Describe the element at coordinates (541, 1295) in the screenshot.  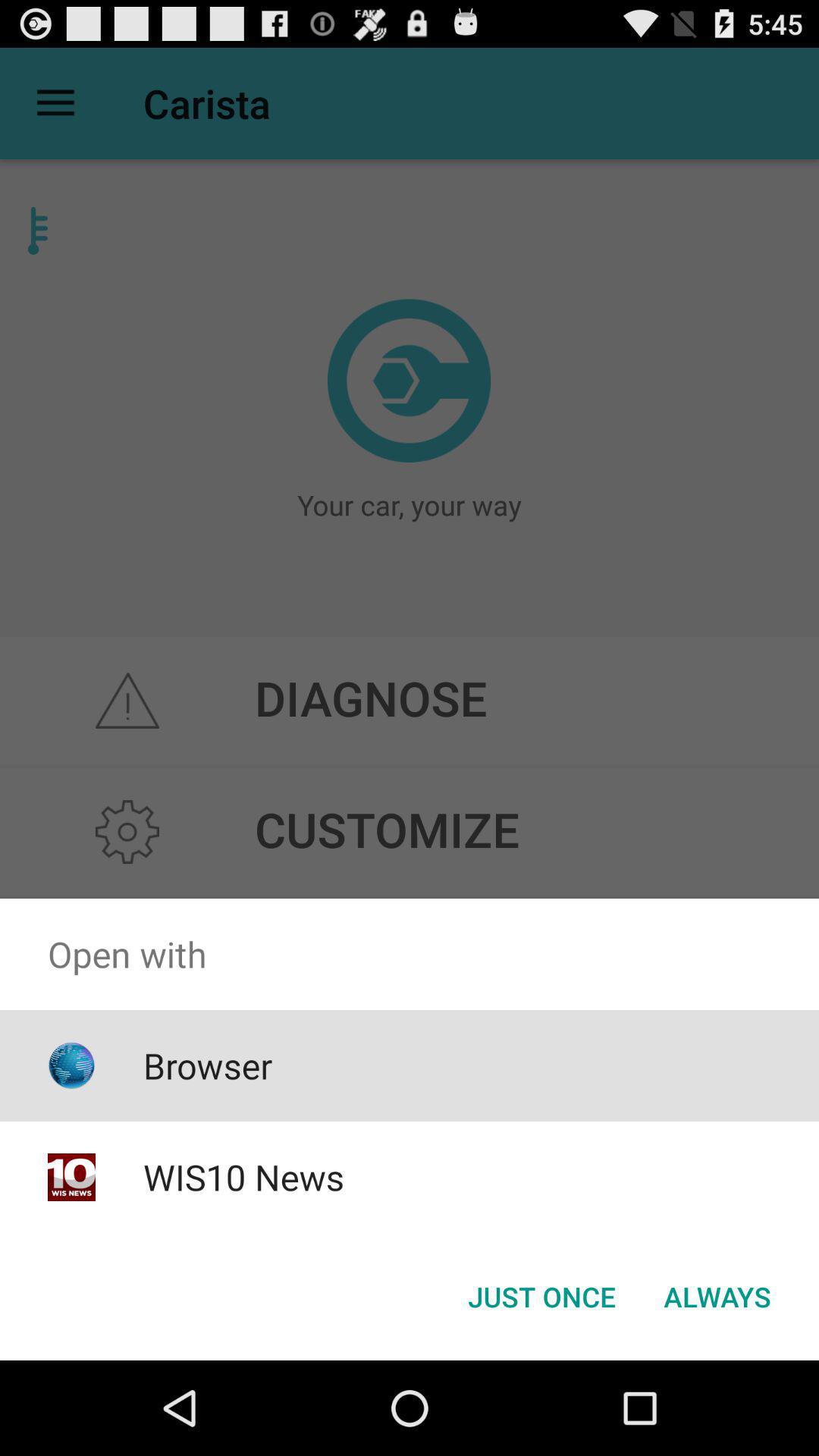
I see `the just once` at that location.